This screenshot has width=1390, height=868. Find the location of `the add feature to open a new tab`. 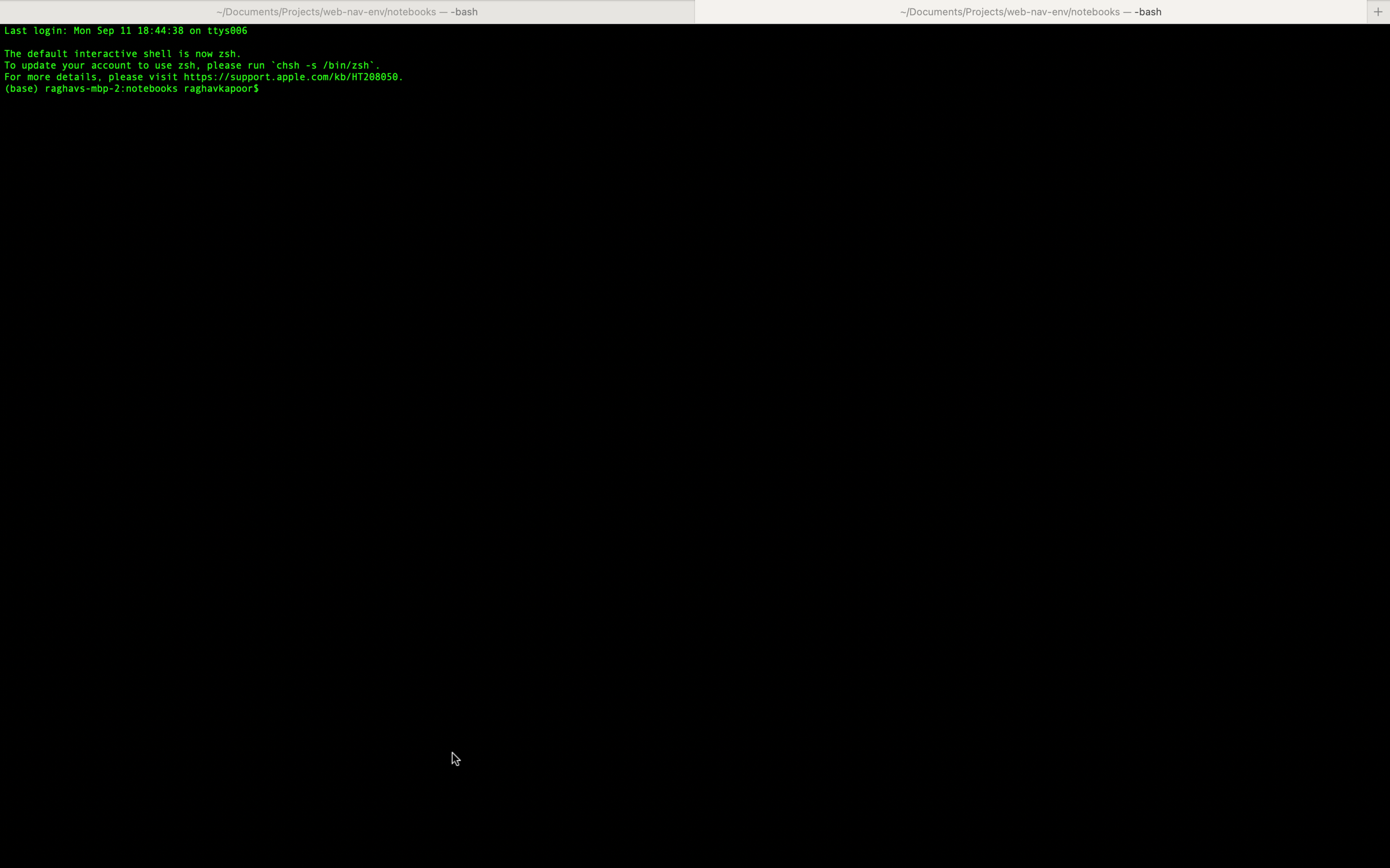

the add feature to open a new tab is located at coordinates (1379, 11).